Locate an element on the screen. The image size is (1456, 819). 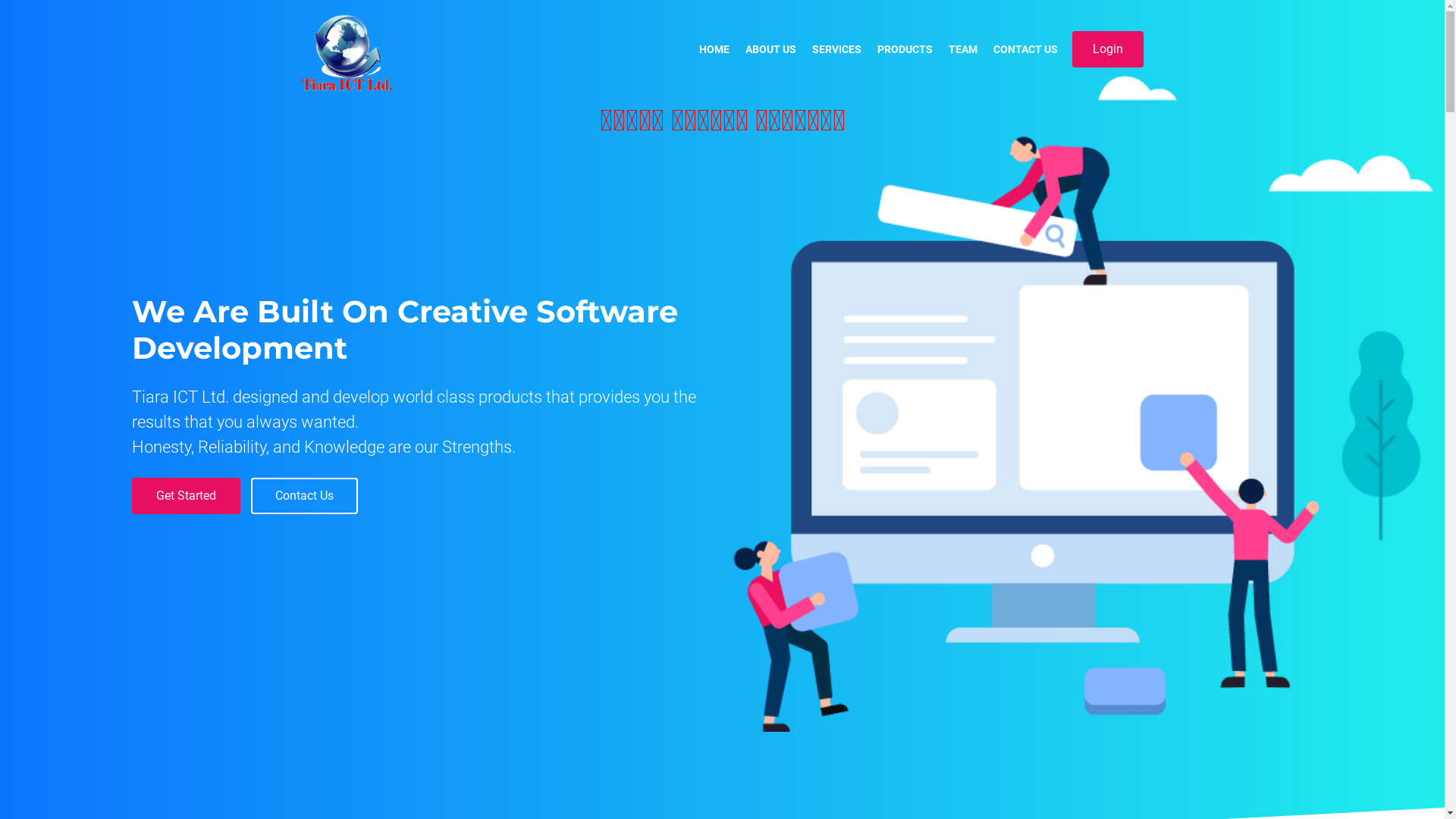
'CONTACT US' is located at coordinates (993, 49).